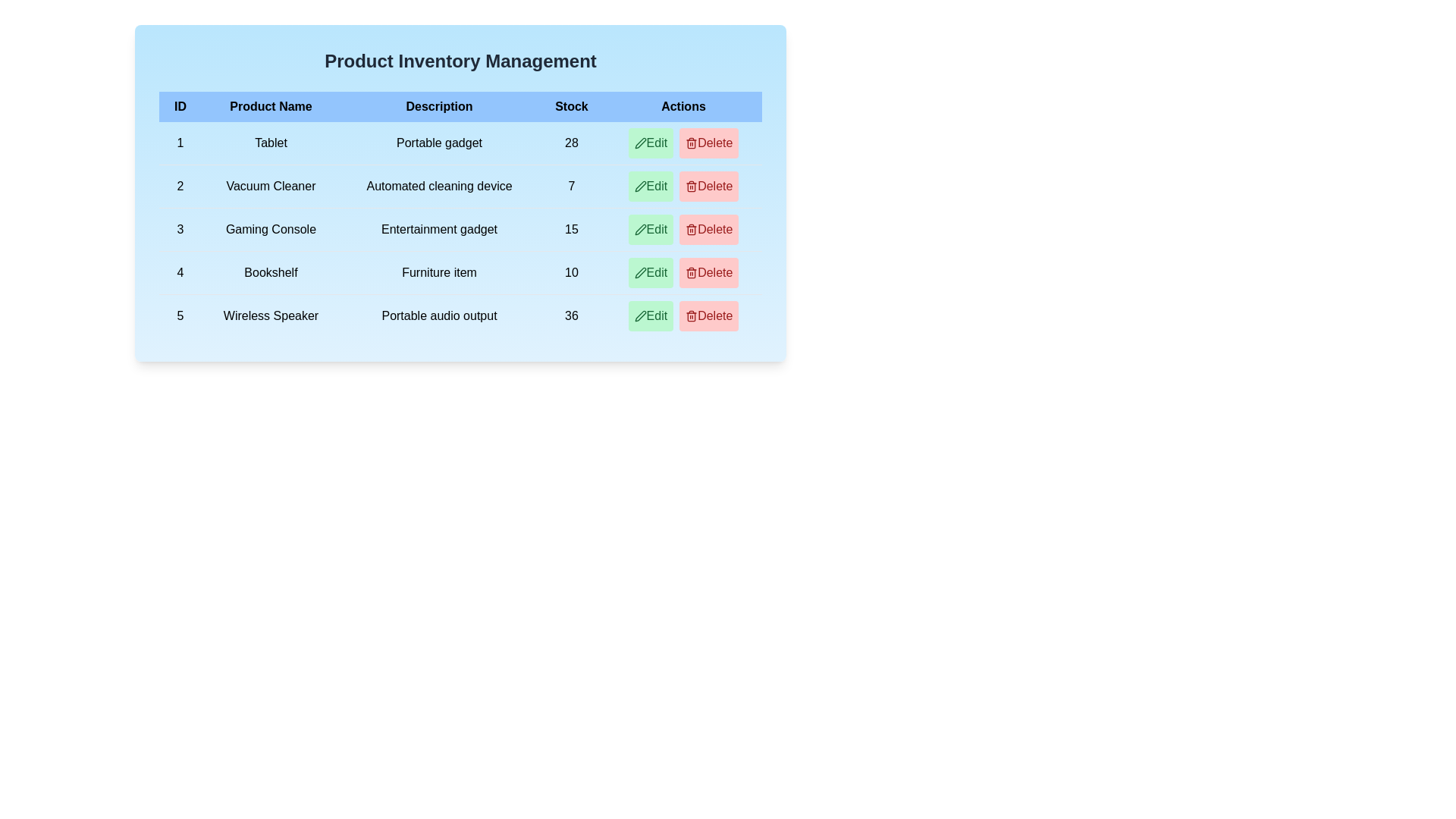 The height and width of the screenshot is (819, 1456). Describe the element at coordinates (691, 187) in the screenshot. I see `the decorative graphical element of the trash can icon, which is part of the 'Delete' button in the fifth row of the table in the 'Actions' column` at that location.